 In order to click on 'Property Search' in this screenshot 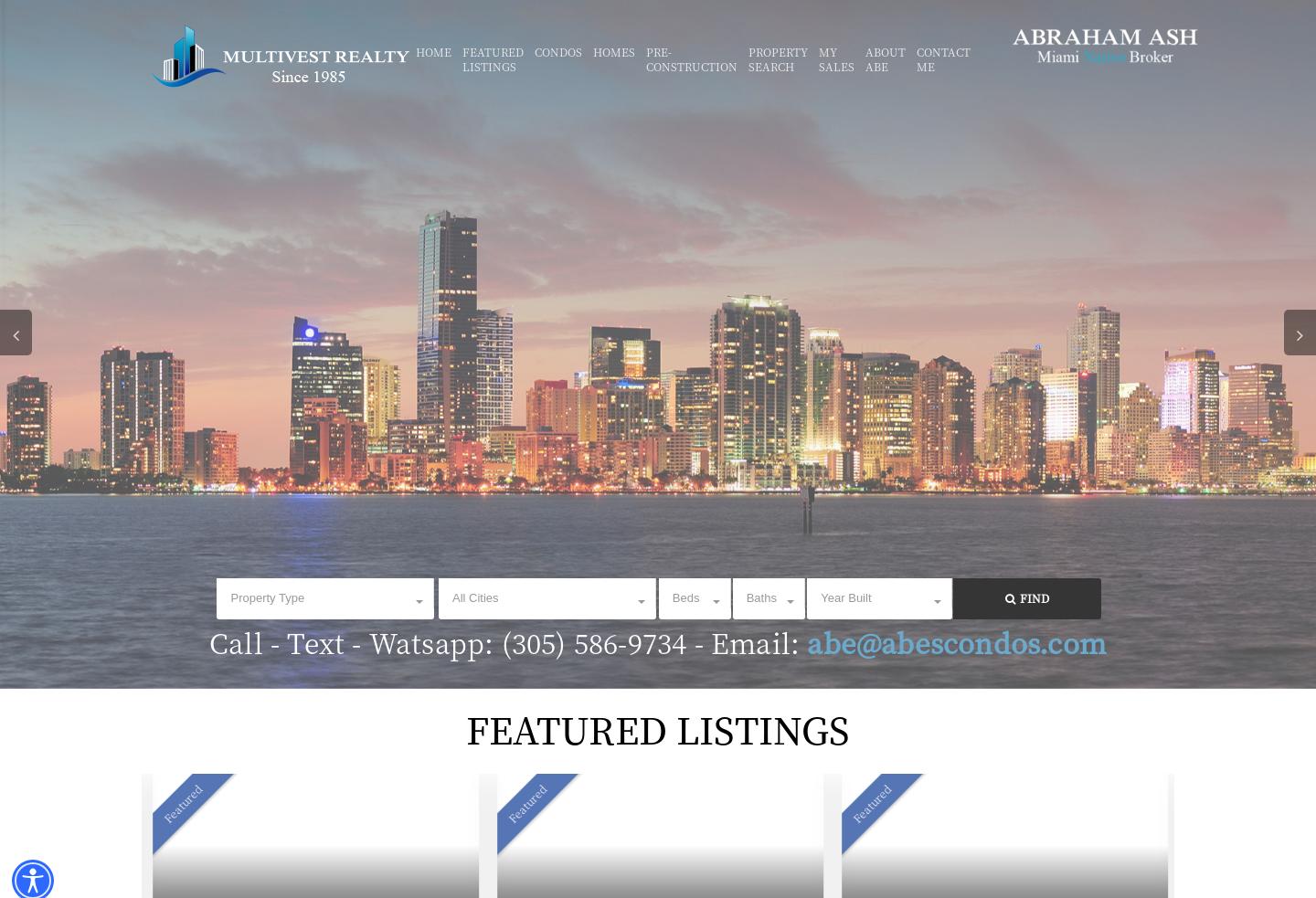, I will do `click(748, 58)`.